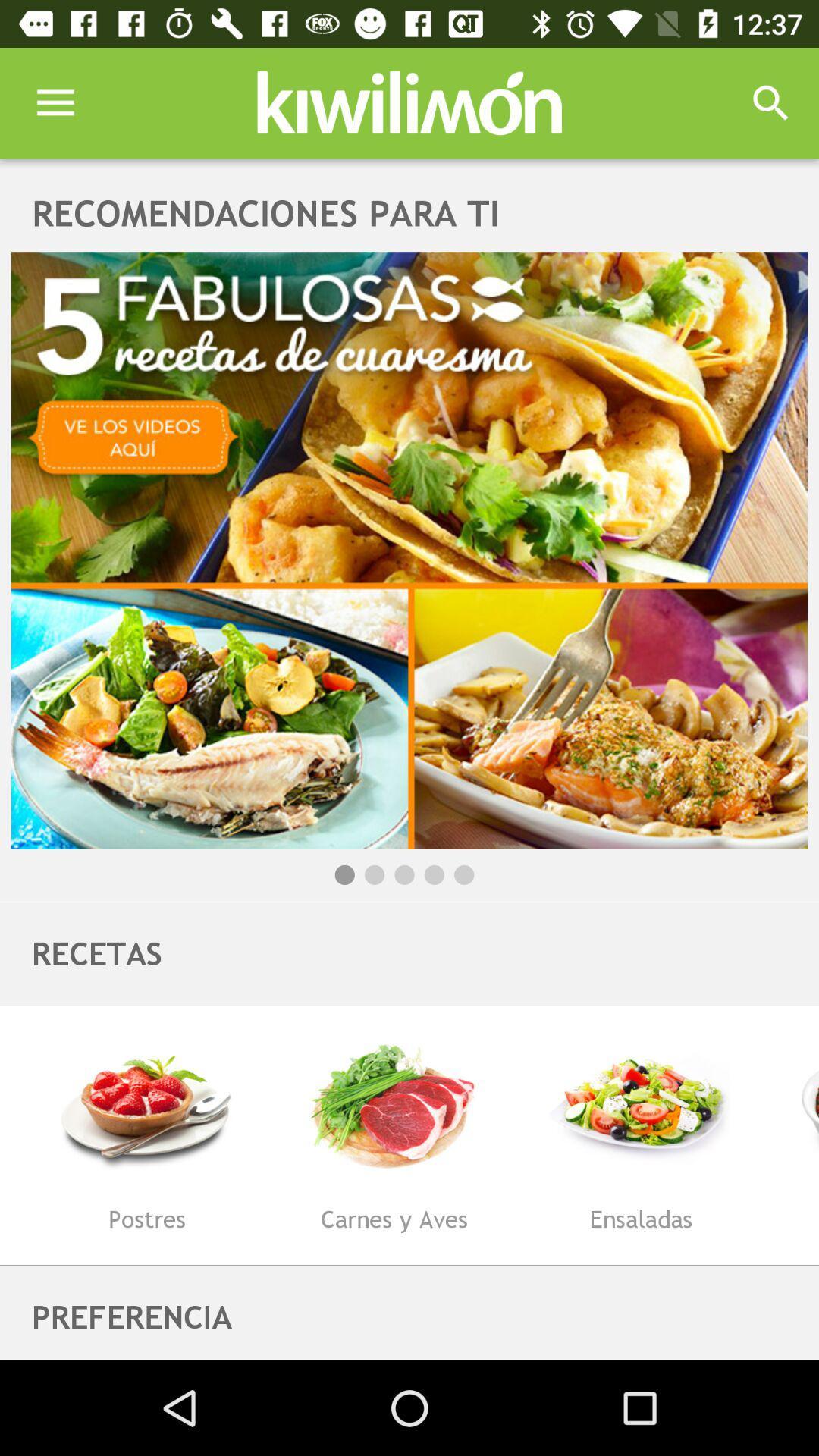  Describe the element at coordinates (55, 102) in the screenshot. I see `the item above recomendaciones para ti item` at that location.